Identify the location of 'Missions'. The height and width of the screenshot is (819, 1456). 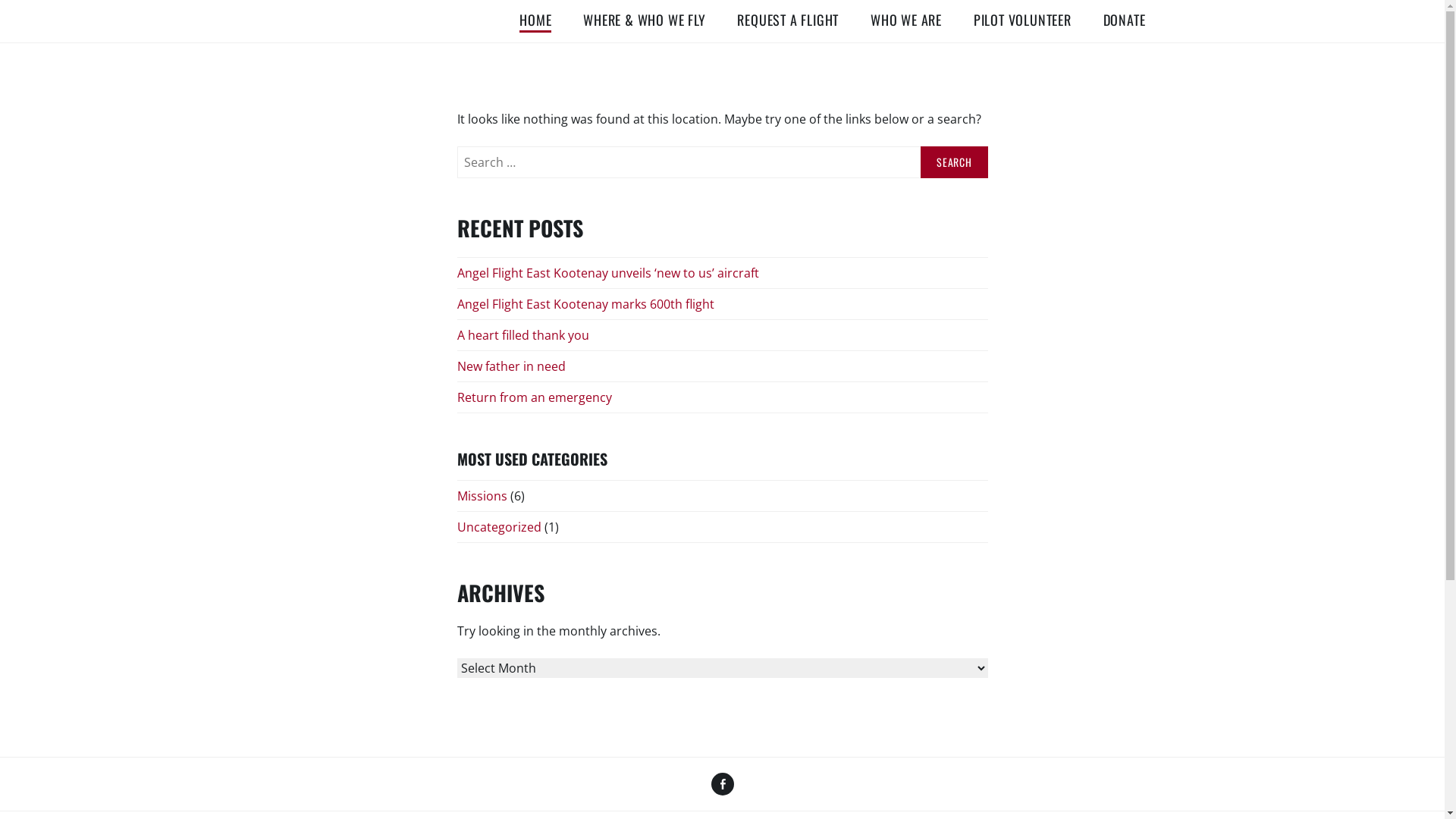
(480, 497).